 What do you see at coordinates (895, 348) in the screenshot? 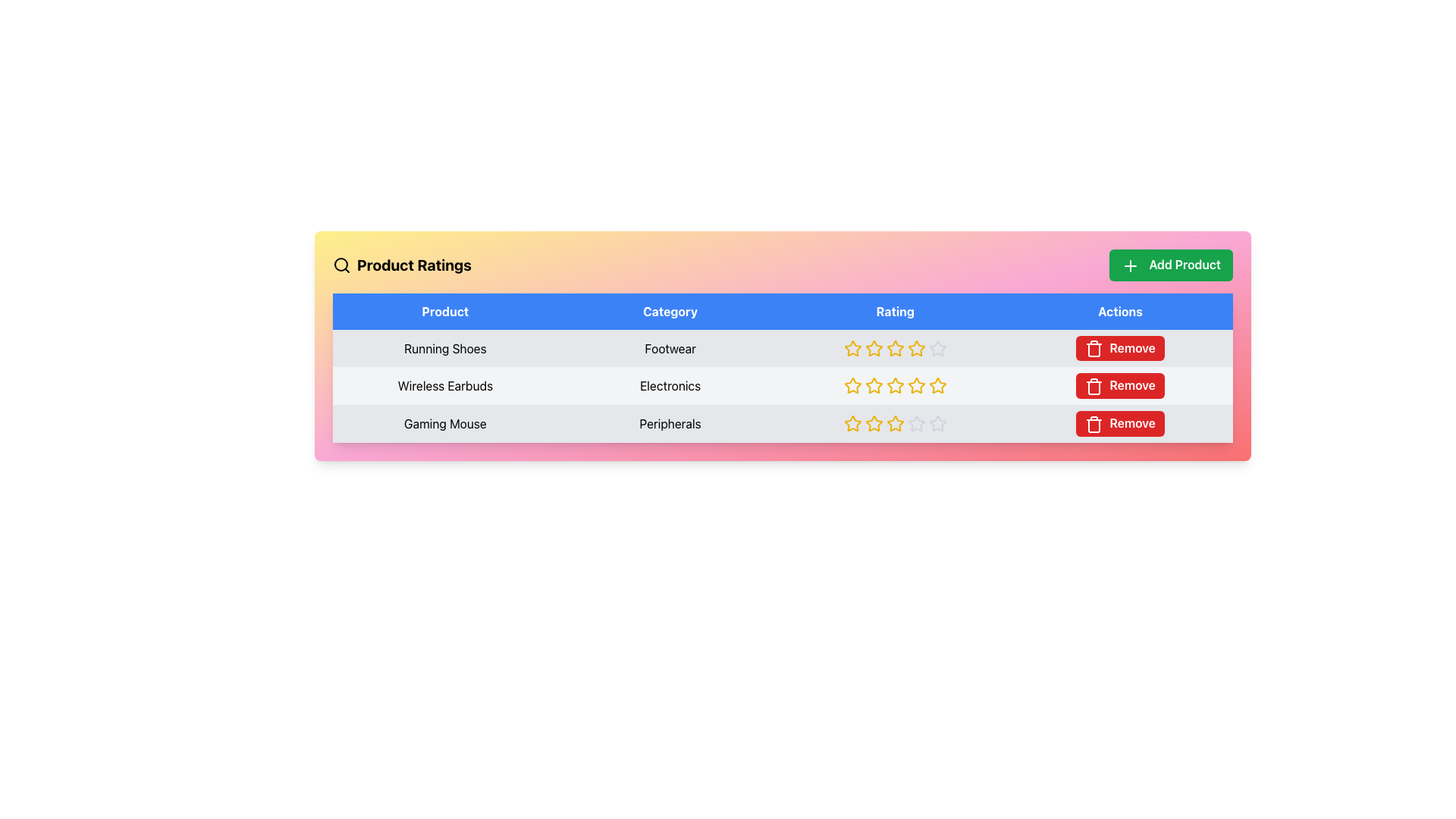
I see `the yellow star-shaped graphical icon representing the rating value for the product 'Running Shoes' in the 'Rating' column` at bounding box center [895, 348].